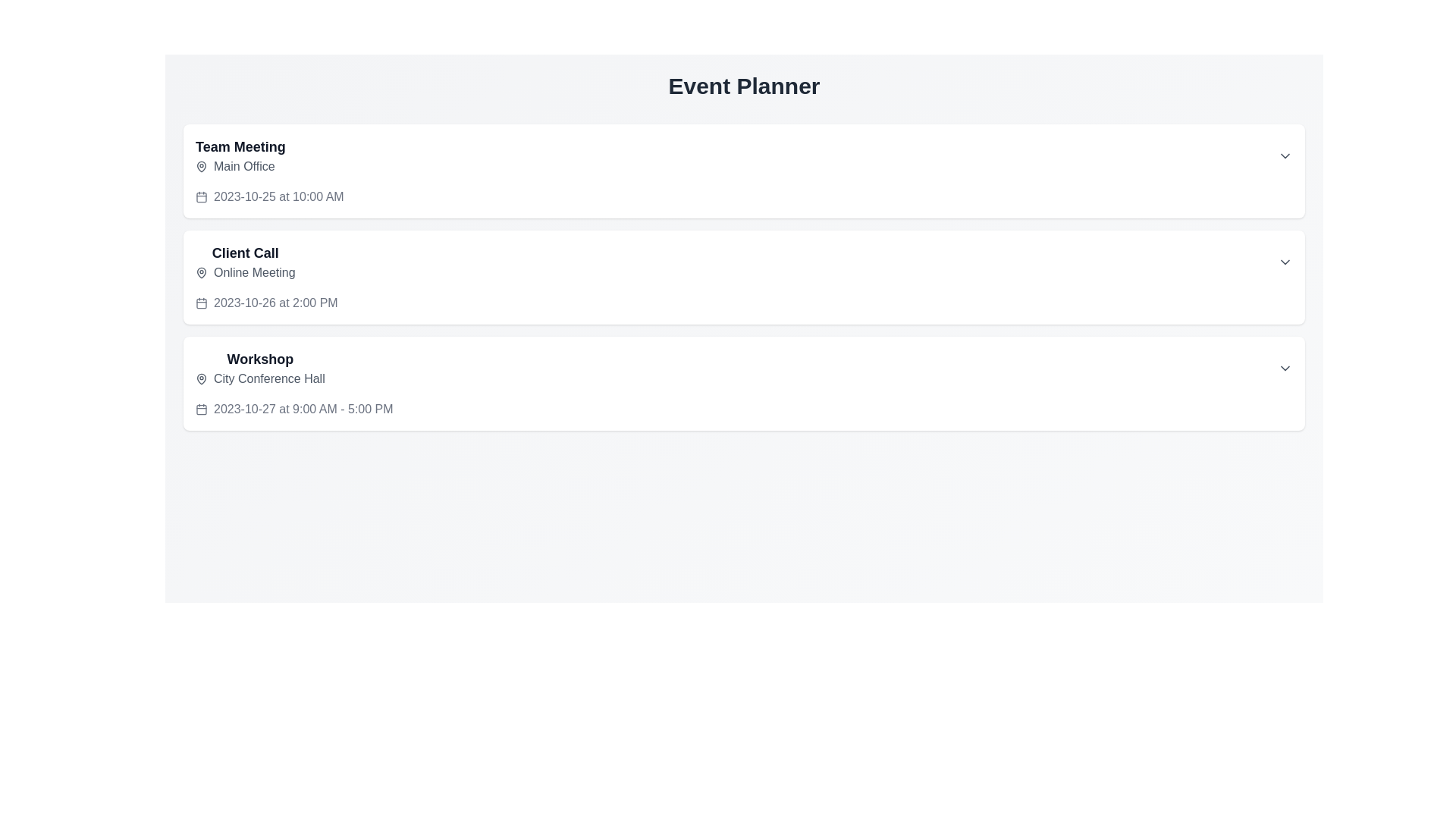 This screenshot has width=1456, height=819. I want to click on the Dropdown toggle icon, so click(1284, 369).